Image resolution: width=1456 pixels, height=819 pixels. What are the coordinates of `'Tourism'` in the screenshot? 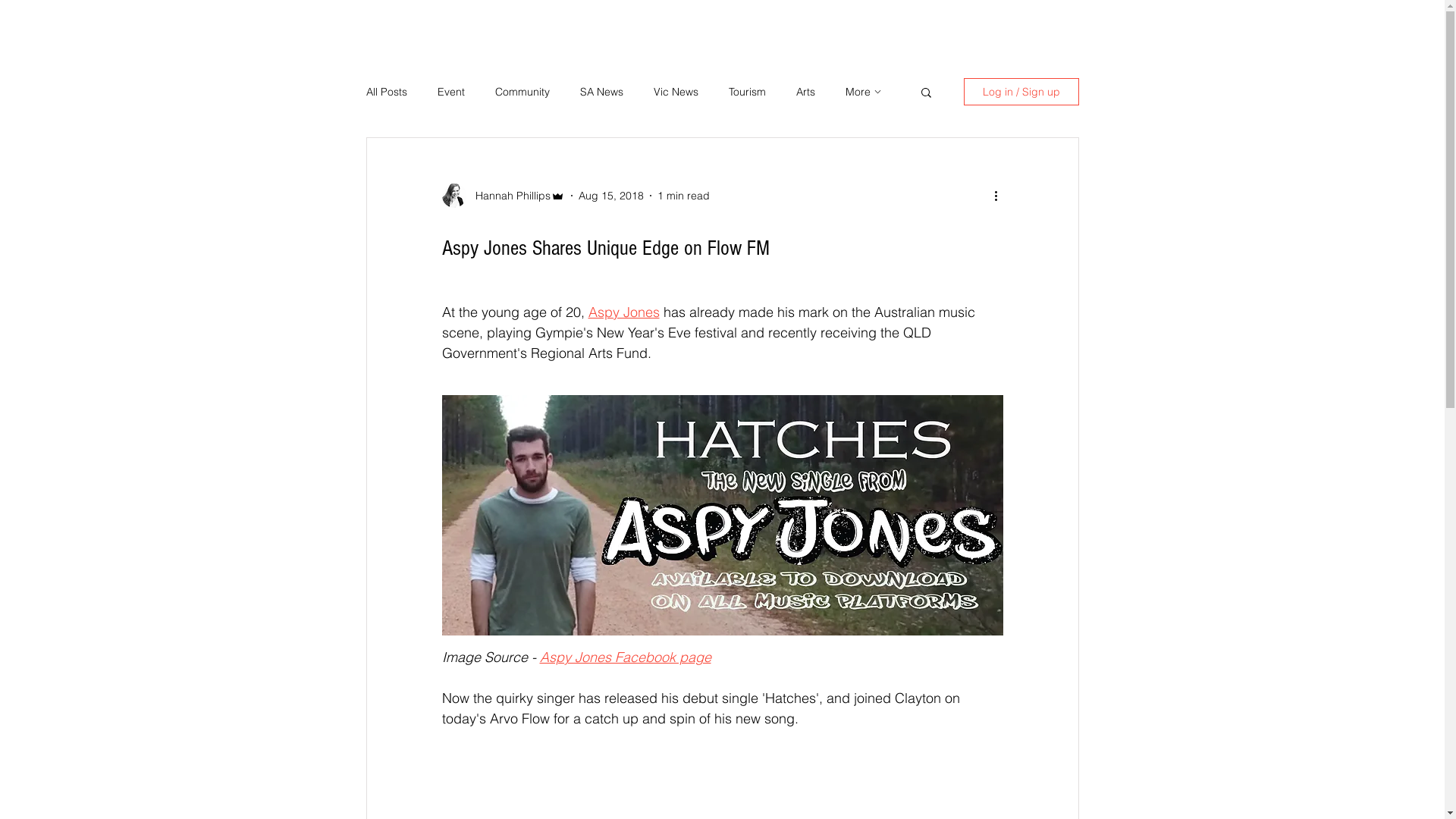 It's located at (746, 91).